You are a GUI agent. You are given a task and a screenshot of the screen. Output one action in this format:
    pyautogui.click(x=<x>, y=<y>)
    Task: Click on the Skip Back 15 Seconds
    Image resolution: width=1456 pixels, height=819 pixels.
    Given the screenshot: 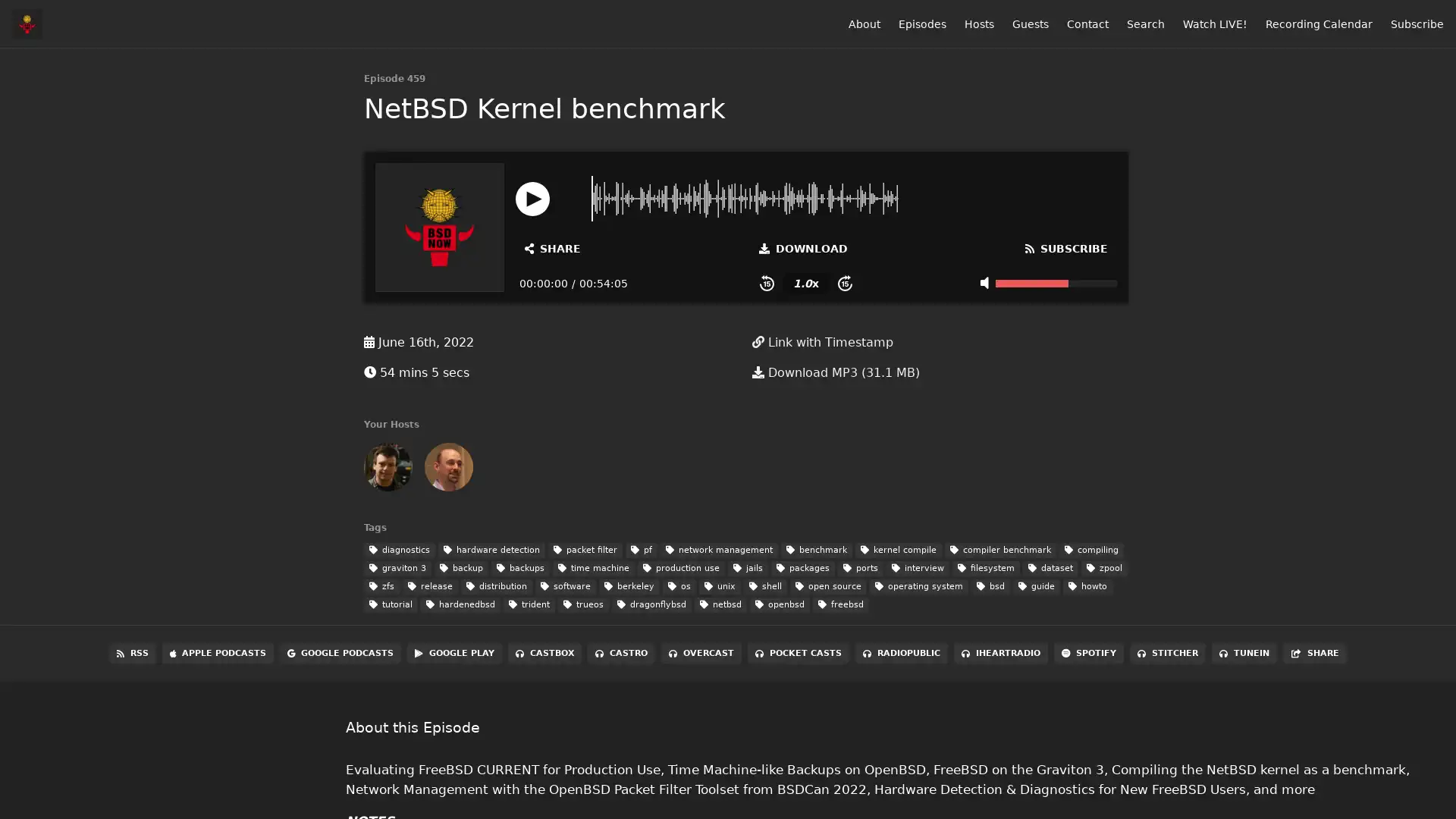 What is the action you would take?
    pyautogui.click(x=767, y=283)
    